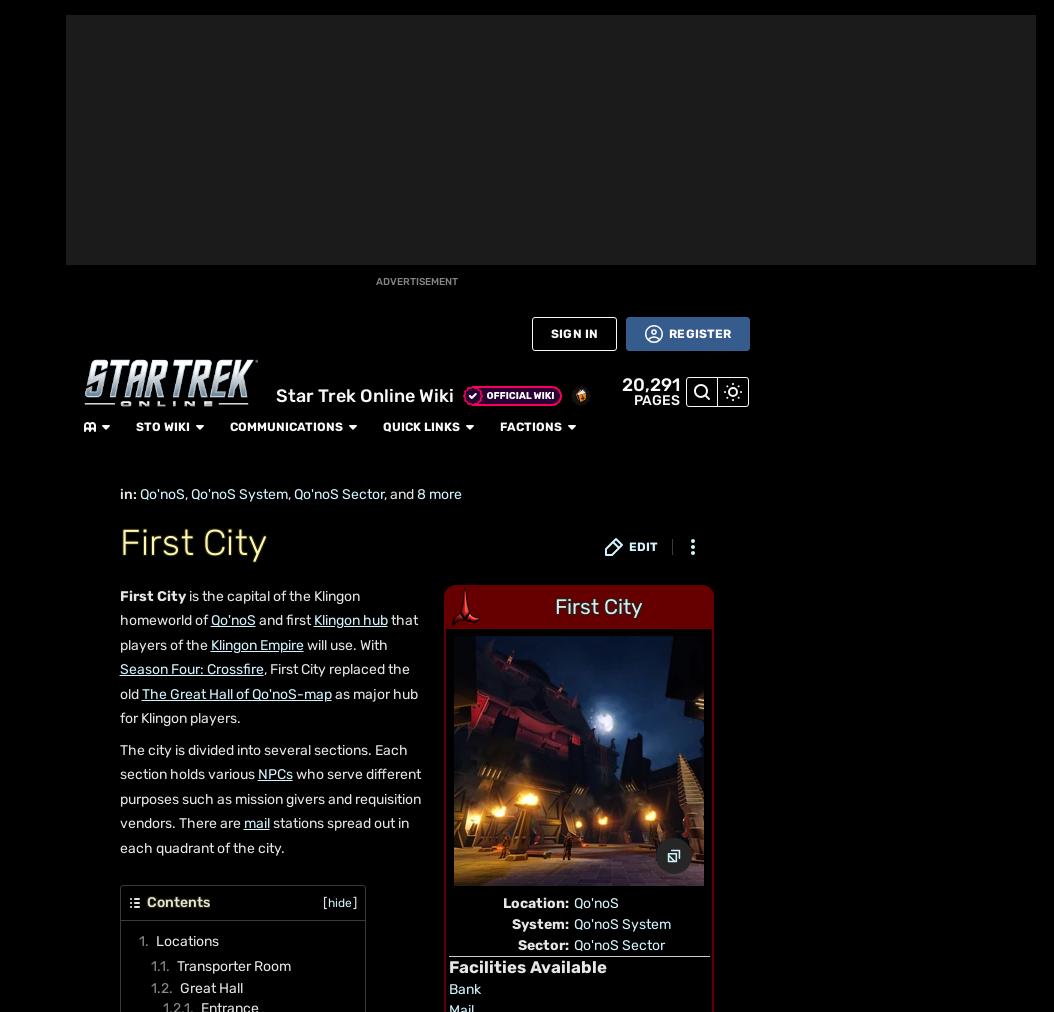 This screenshot has height=1012, width=1054. Describe the element at coordinates (262, 20) in the screenshot. I see `'Communications'` at that location.